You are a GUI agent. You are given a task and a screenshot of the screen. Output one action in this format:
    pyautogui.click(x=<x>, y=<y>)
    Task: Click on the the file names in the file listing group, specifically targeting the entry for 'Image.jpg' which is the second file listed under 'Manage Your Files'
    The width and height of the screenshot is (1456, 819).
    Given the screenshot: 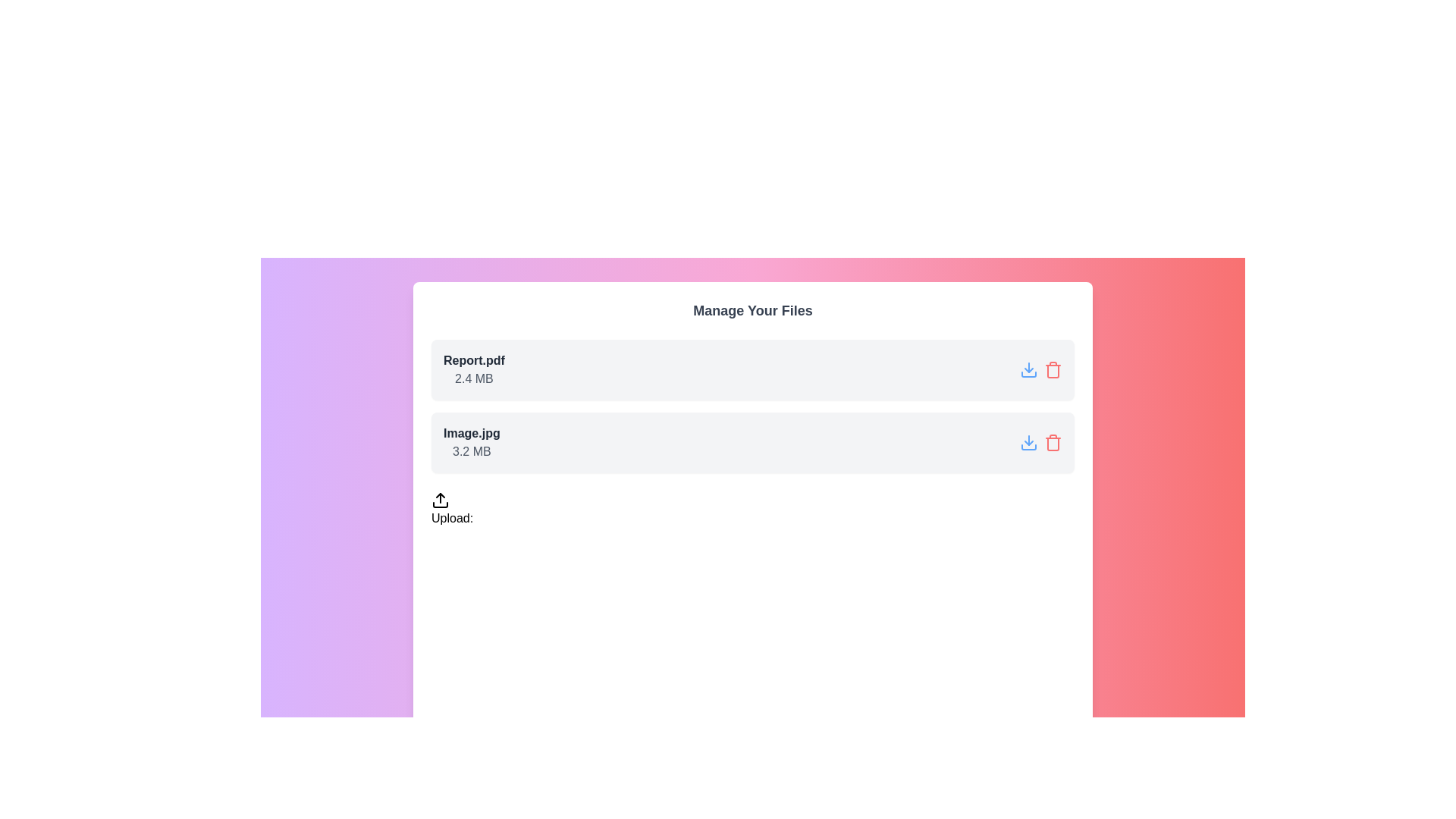 What is the action you would take?
    pyautogui.click(x=753, y=406)
    